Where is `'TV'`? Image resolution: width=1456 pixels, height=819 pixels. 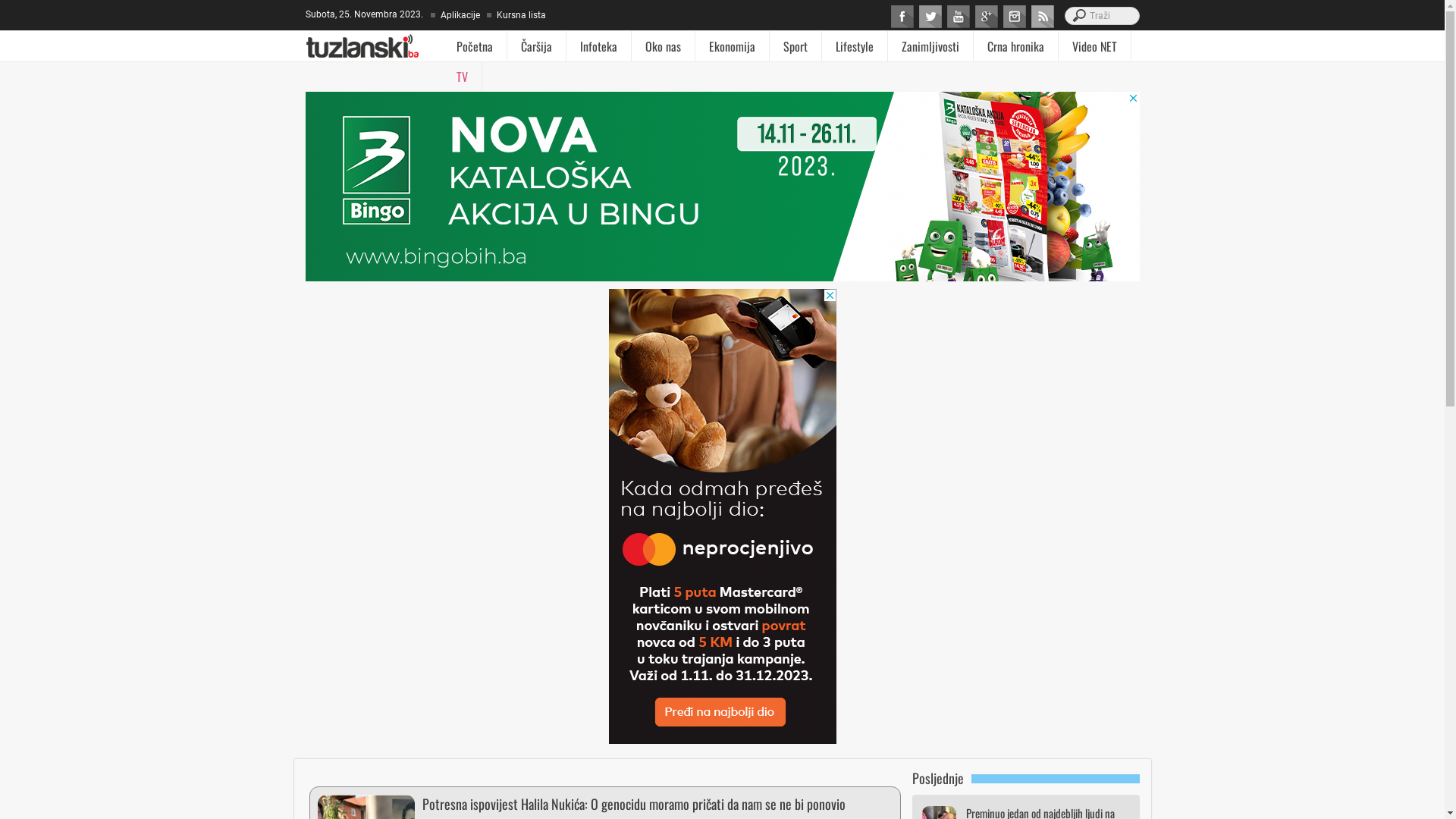 'TV' is located at coordinates (461, 76).